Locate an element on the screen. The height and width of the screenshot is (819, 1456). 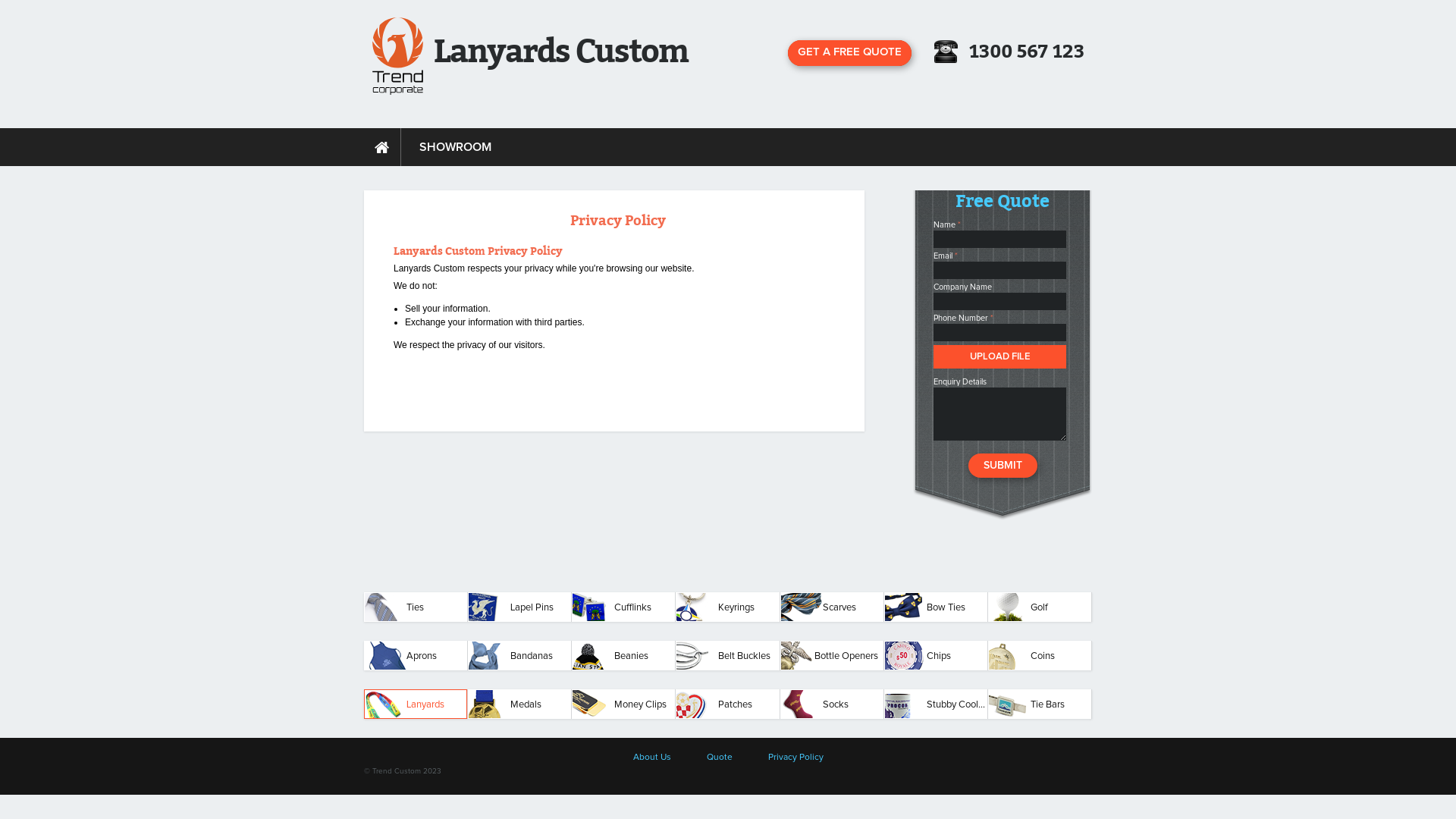
'Money Clips' is located at coordinates (623, 704).